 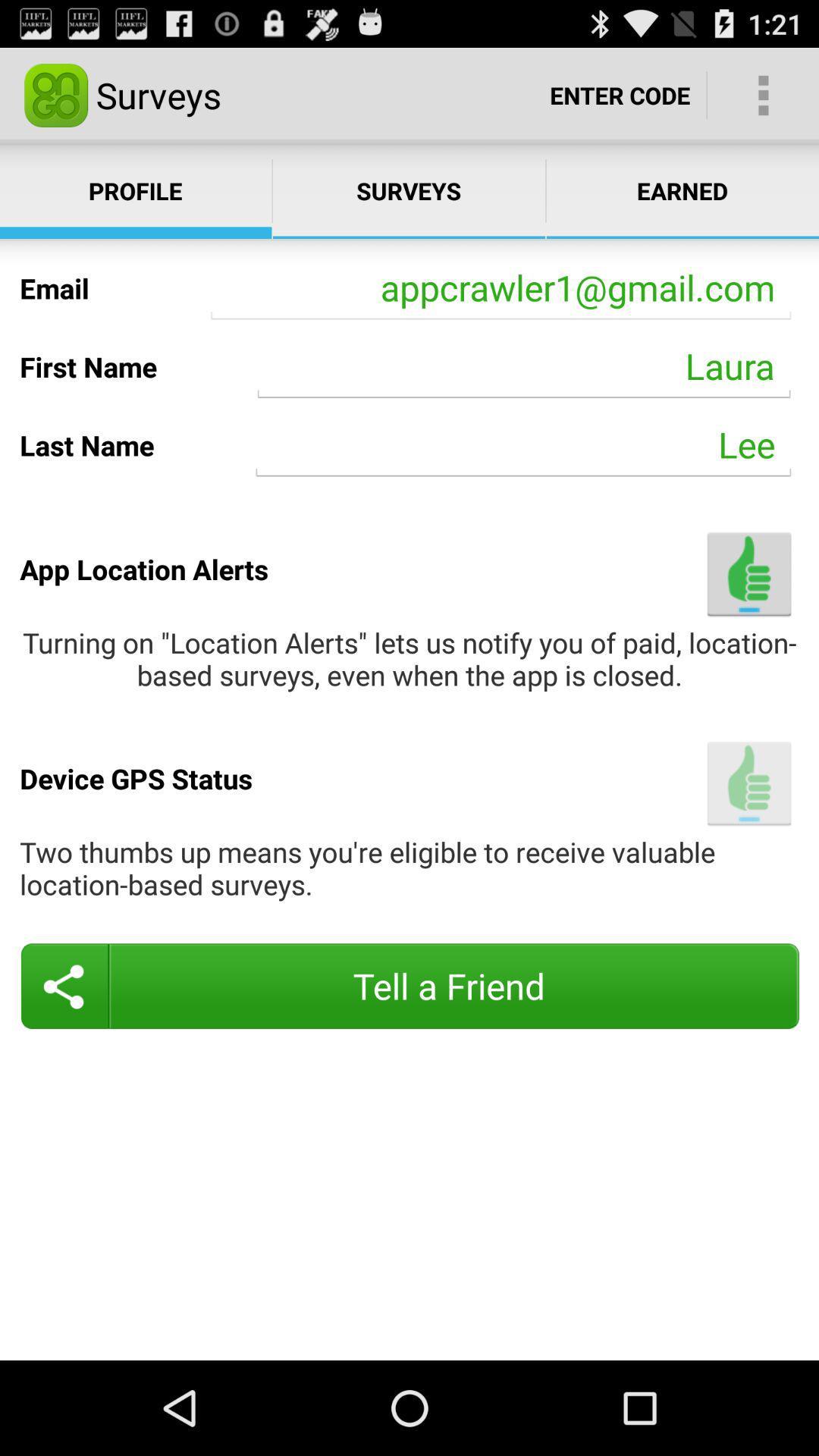 I want to click on the enter code icon, so click(x=620, y=94).